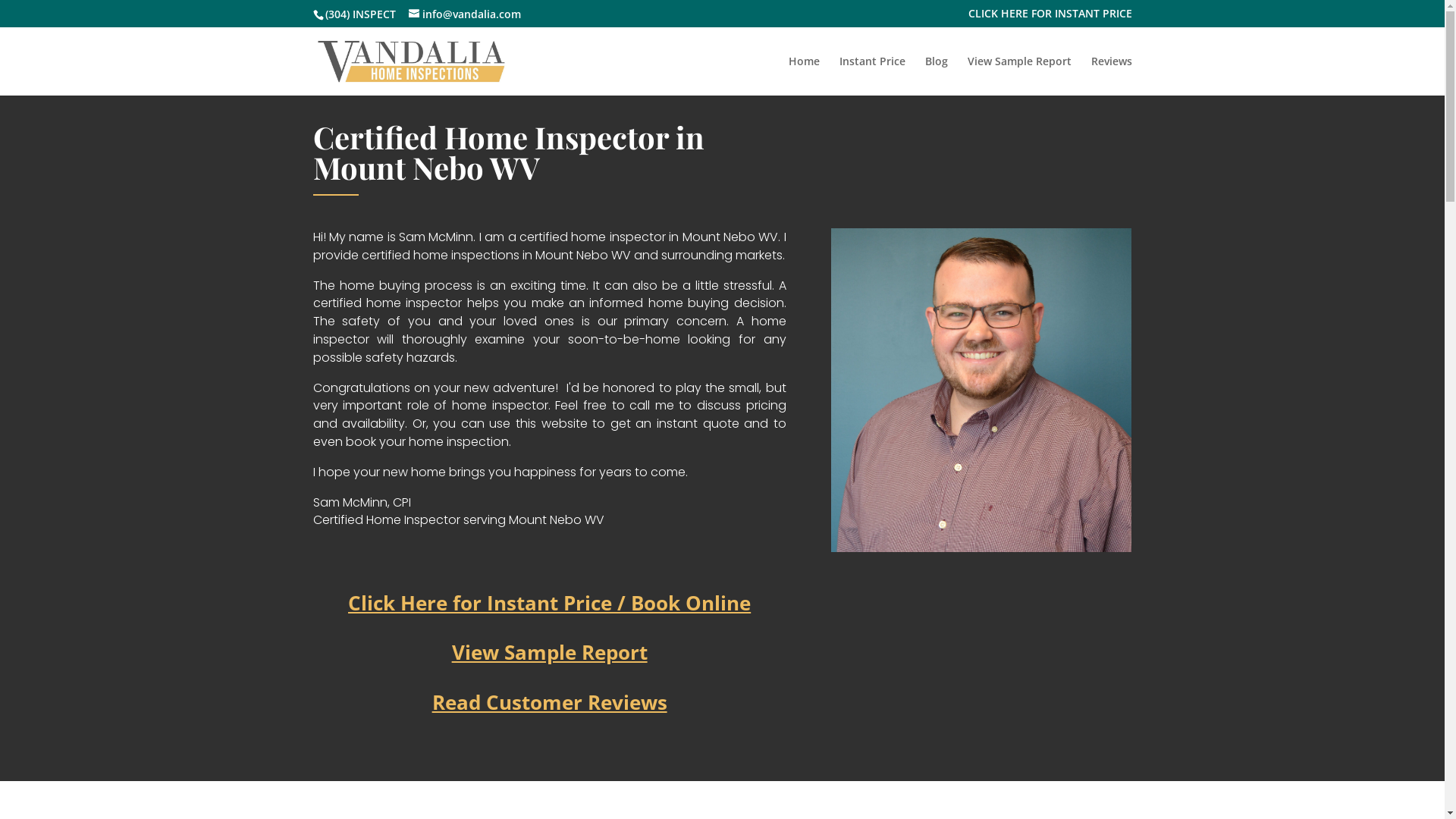  What do you see at coordinates (1048, 17) in the screenshot?
I see `'CLICK HERE FOR INSTANT PRICE'` at bounding box center [1048, 17].